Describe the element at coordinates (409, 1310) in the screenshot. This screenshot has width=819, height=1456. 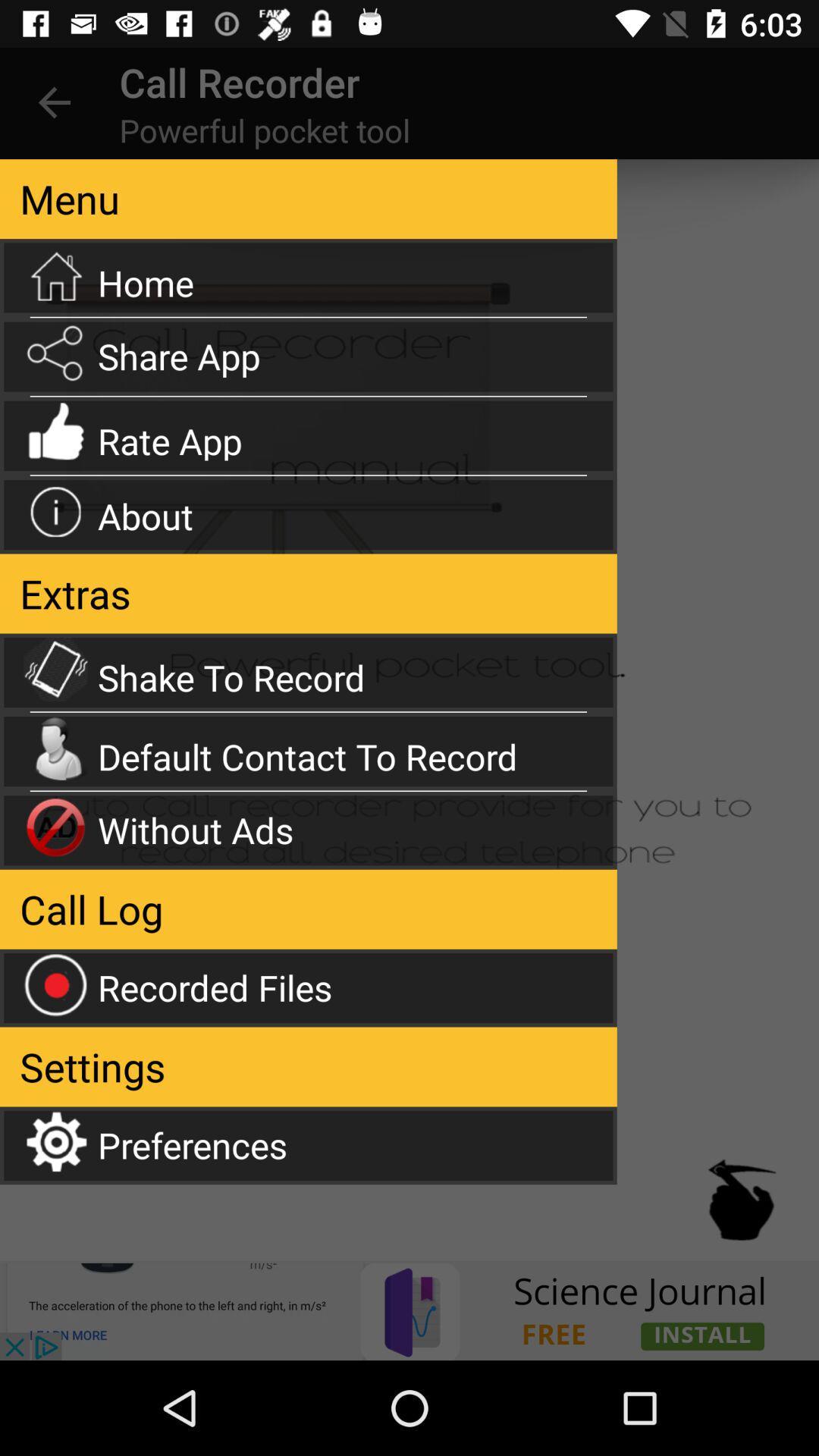
I see `advertisement banner` at that location.